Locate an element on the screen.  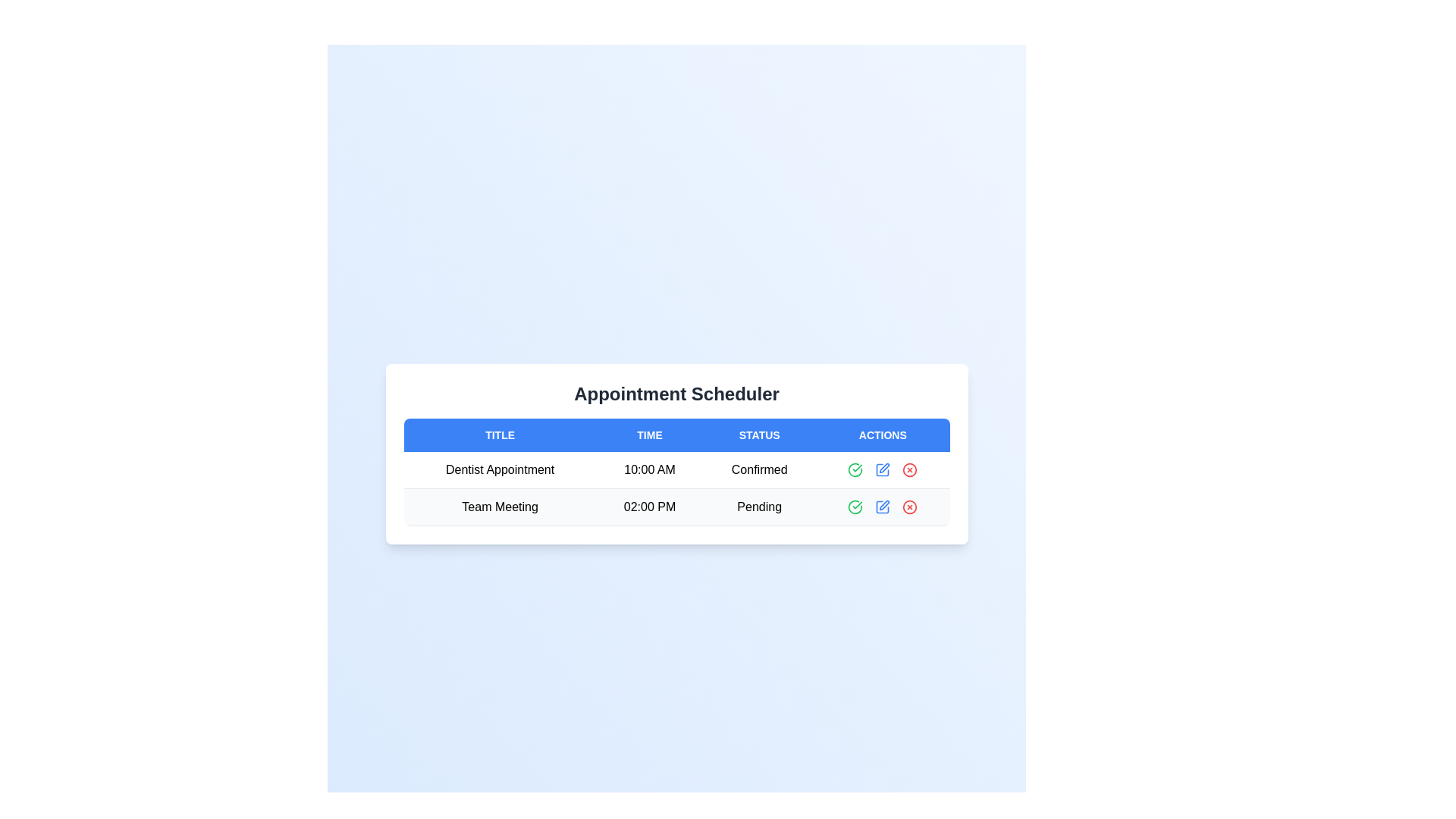
the Icon button for editing the corresponding row in the table is located at coordinates (883, 469).